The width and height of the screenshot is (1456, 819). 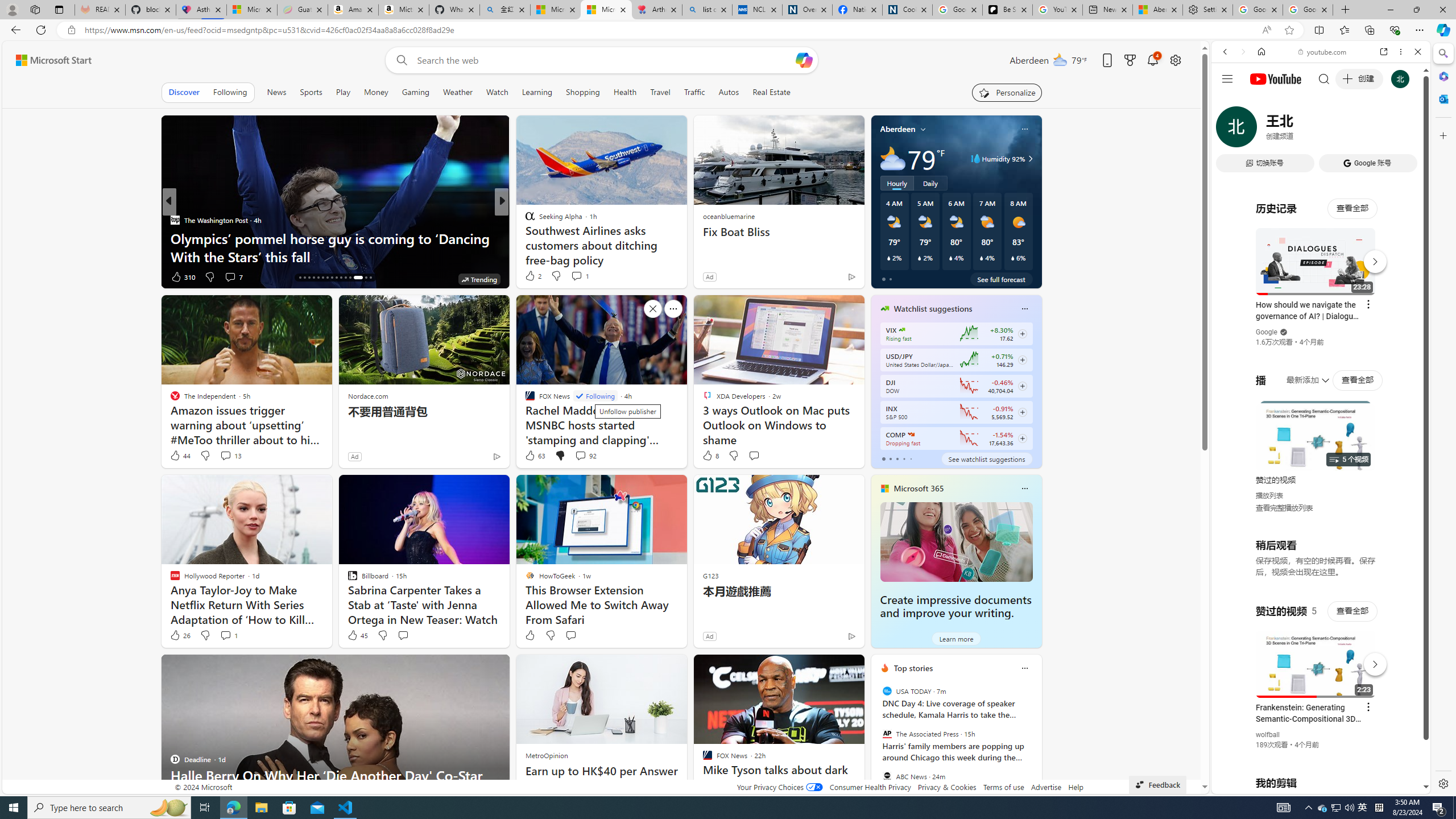 What do you see at coordinates (1442, 135) in the screenshot?
I see `'Close Customize pane'` at bounding box center [1442, 135].